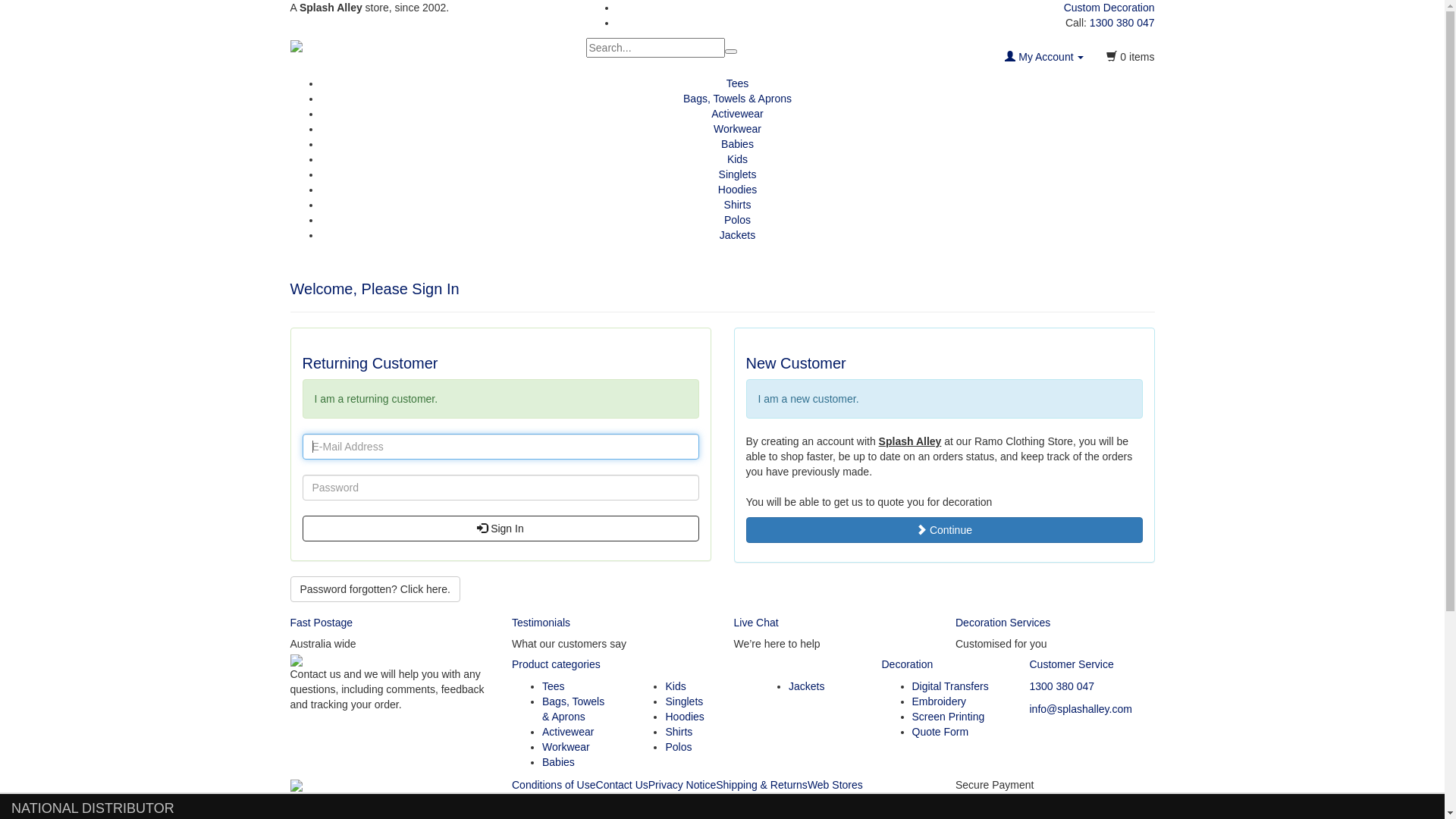  I want to click on 'Digital Transfers', so click(910, 686).